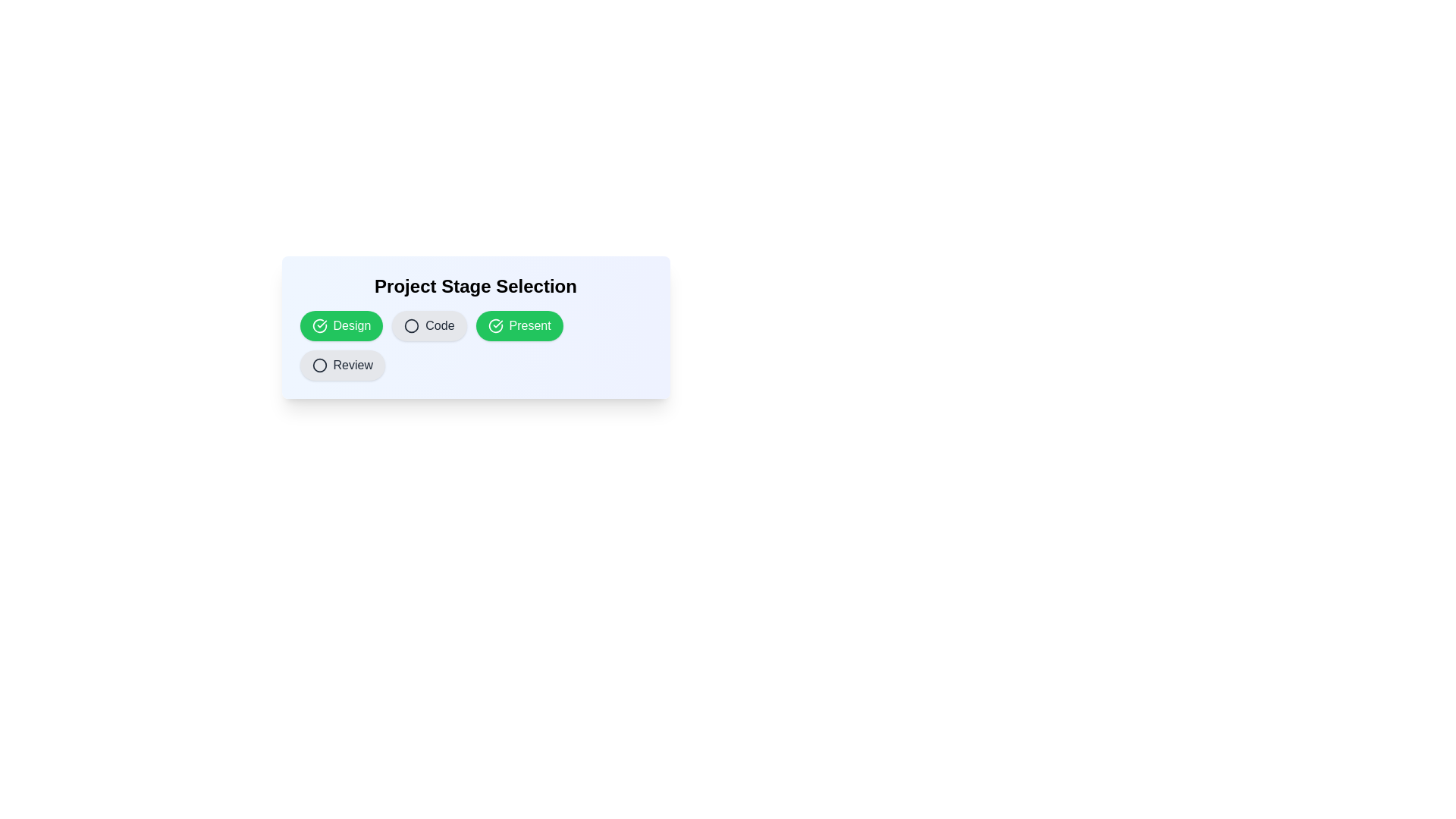  I want to click on the chip labeled Present, so click(519, 325).